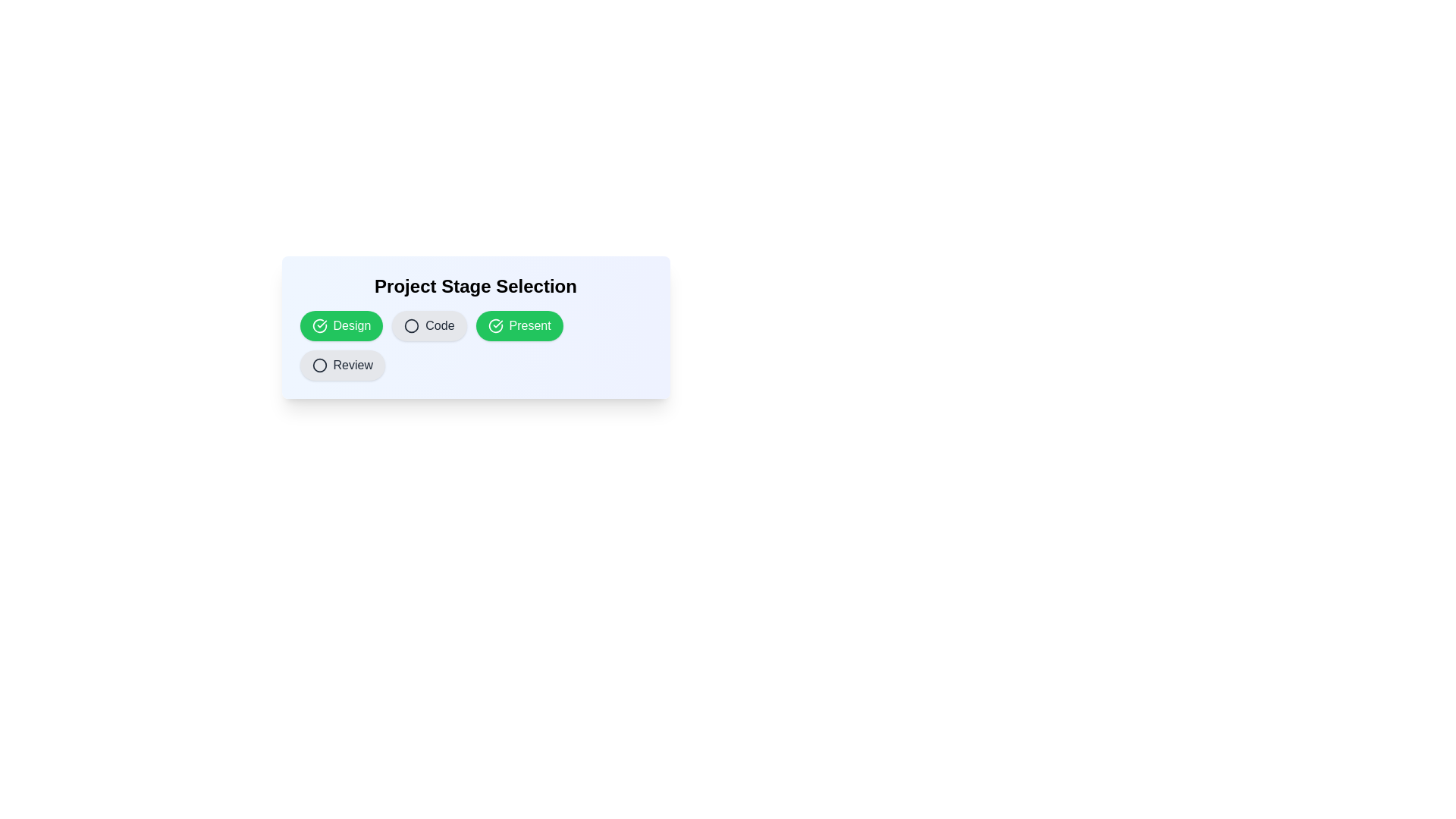  I want to click on the chip labeled Present, so click(519, 325).